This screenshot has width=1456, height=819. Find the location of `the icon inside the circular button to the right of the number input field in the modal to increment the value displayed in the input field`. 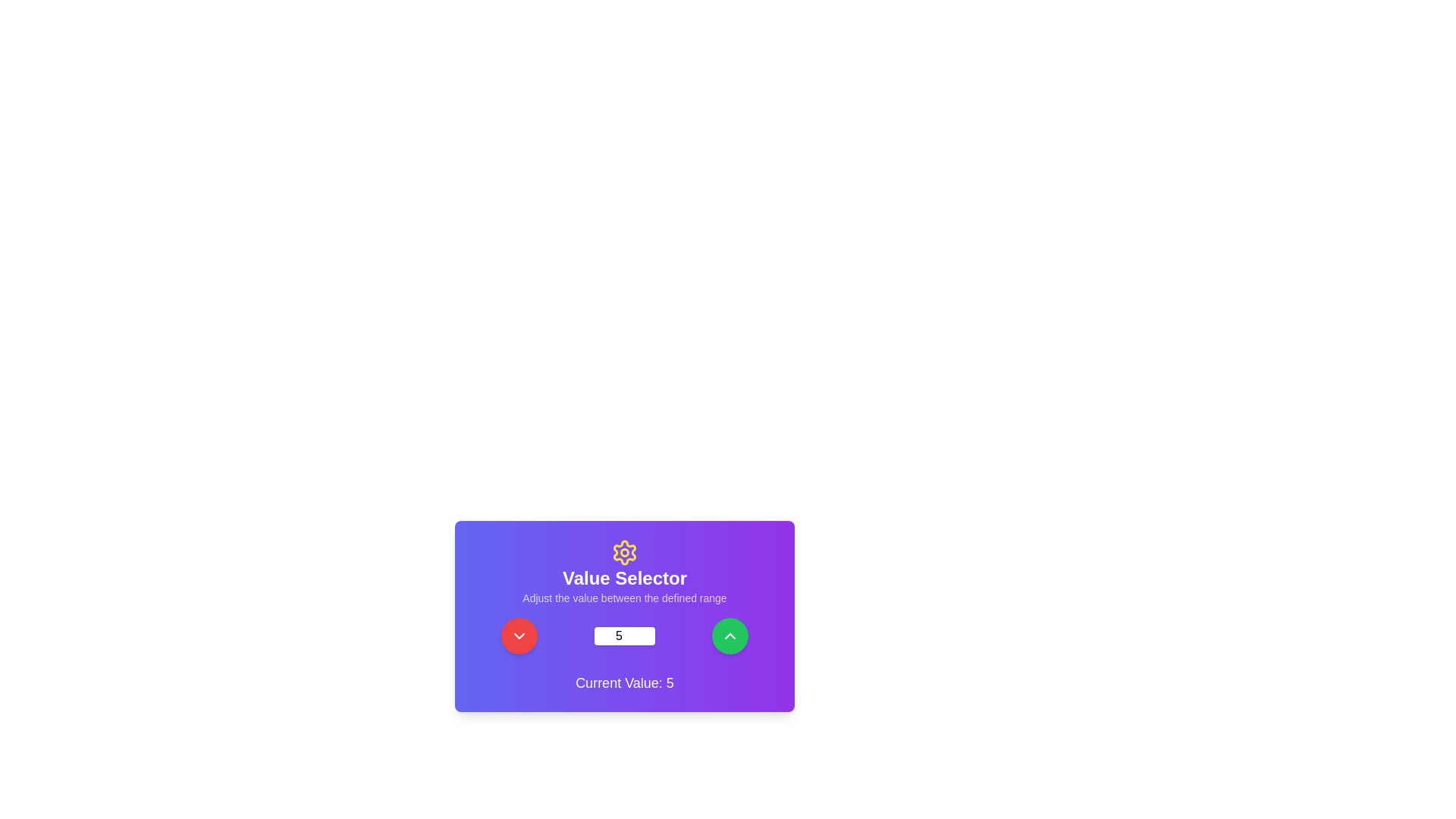

the icon inside the circular button to the right of the number input field in the modal to increment the value displayed in the input field is located at coordinates (730, 636).